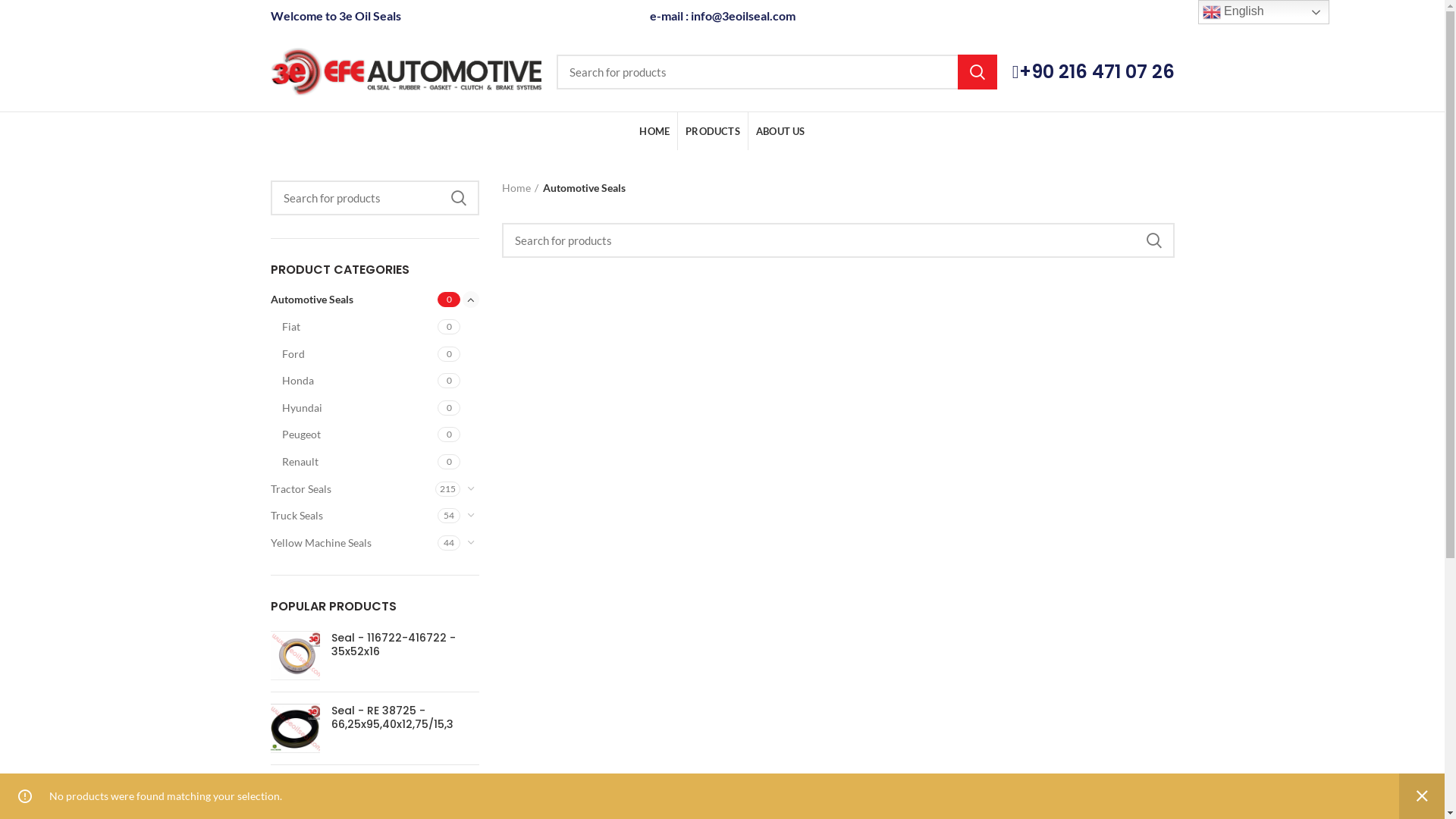 The width and height of the screenshot is (1456, 819). Describe the element at coordinates (294, 654) in the screenshot. I see `'Seal - 116722-416722` at that location.